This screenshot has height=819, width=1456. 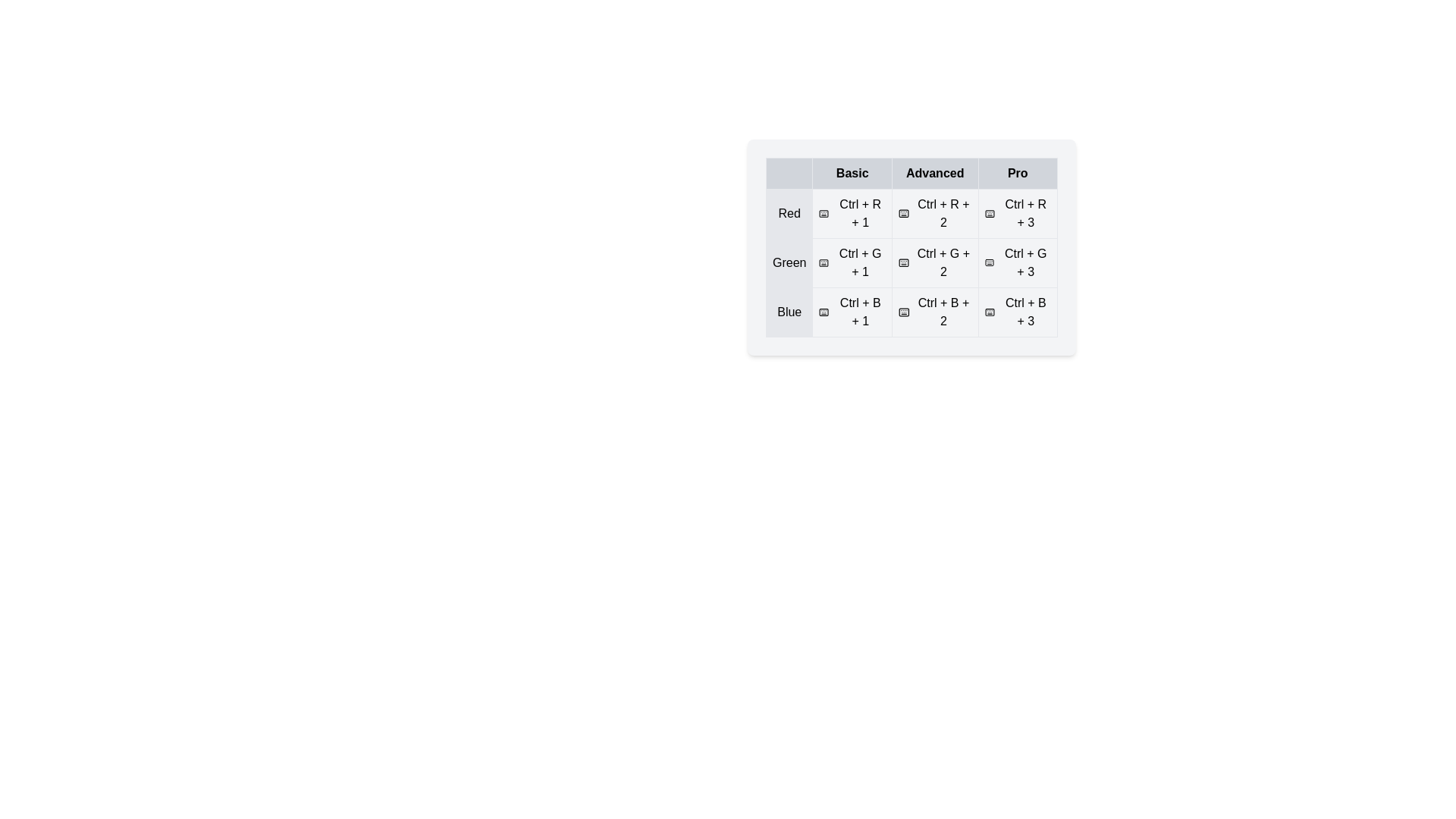 I want to click on the label indicating the keyboard shortcut for the 'Blue' category in the 'Basic' tier located in the table under the 'Basic' column and 'Blue' row, so click(x=852, y=312).